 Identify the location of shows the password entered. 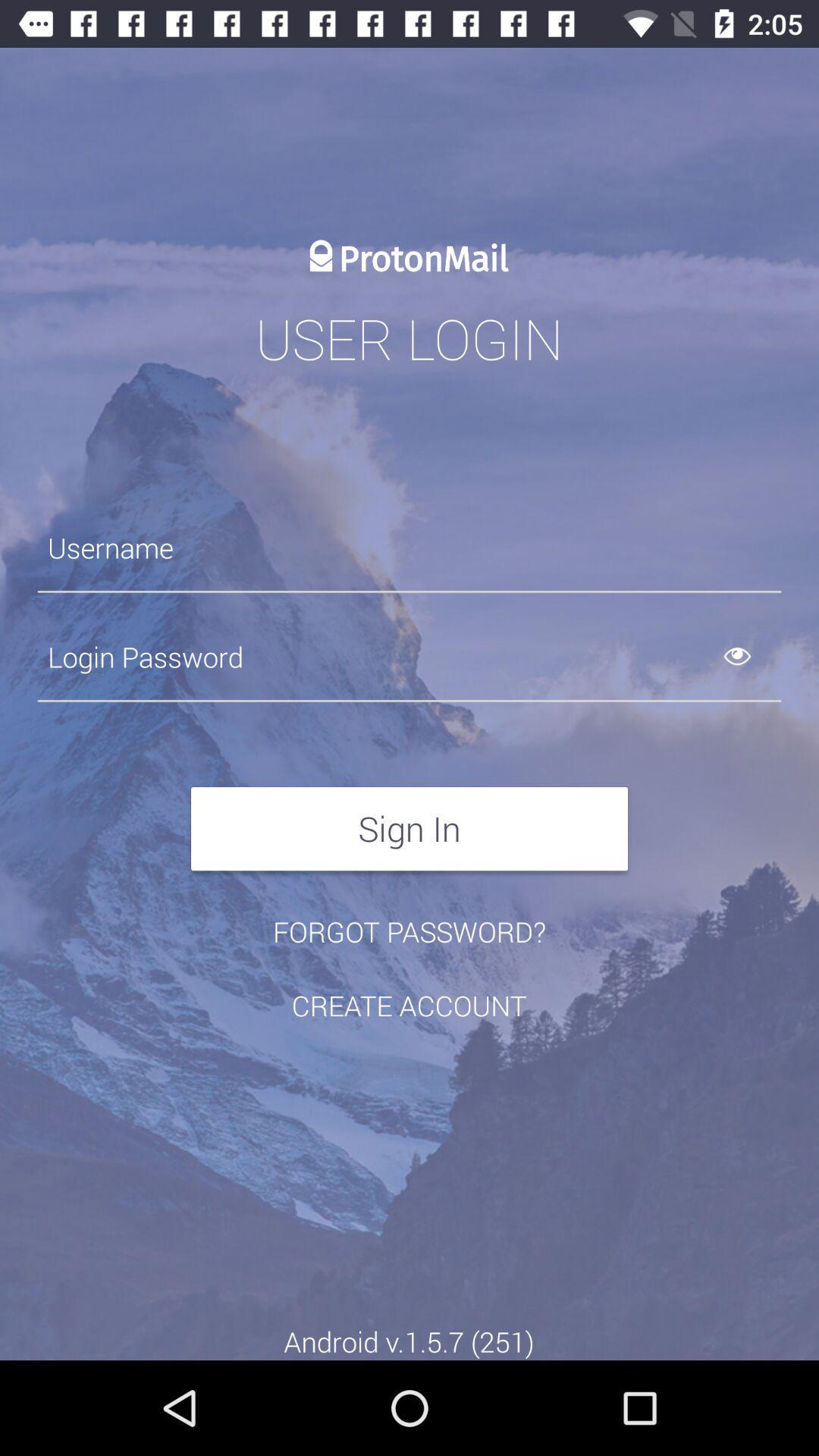
(755, 657).